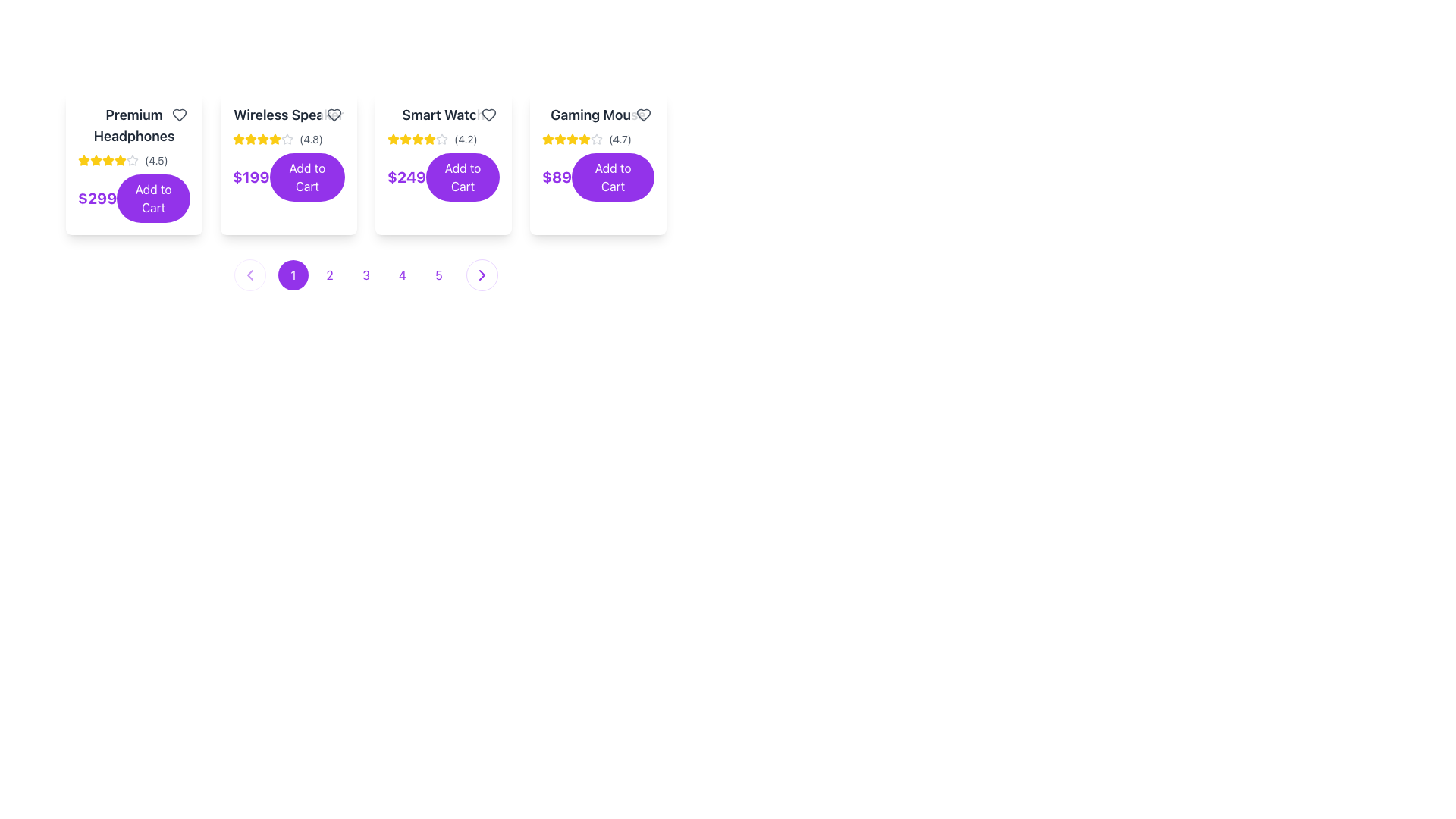 This screenshot has height=819, width=1456. Describe the element at coordinates (488, 114) in the screenshot. I see `the heart icon button located at the top-right corner of the 'Smart Watch' product card to interact with it` at that location.